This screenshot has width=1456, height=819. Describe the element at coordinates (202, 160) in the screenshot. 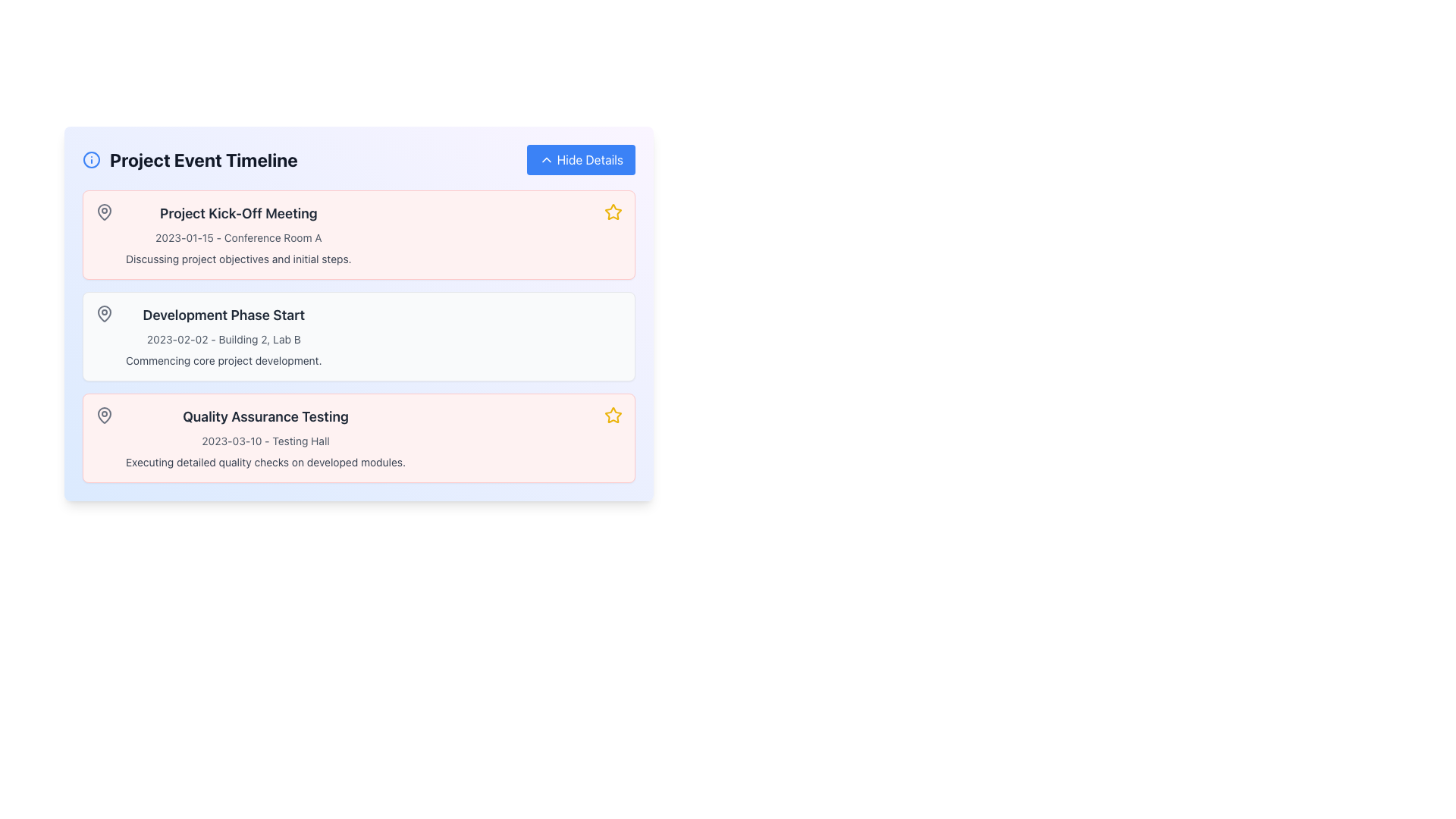

I see `the text label that serves as a header or title for the section, located centrally at the top of the interface, between a blue icon on the left and a blue button on the right` at that location.